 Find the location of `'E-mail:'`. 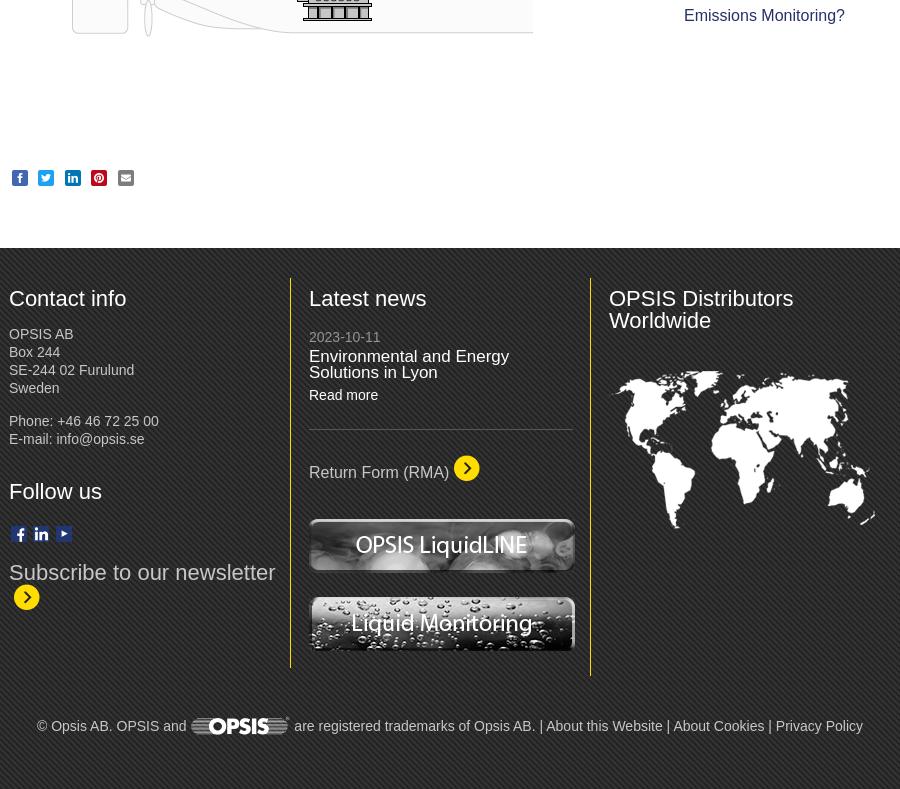

'E-mail:' is located at coordinates (31, 437).